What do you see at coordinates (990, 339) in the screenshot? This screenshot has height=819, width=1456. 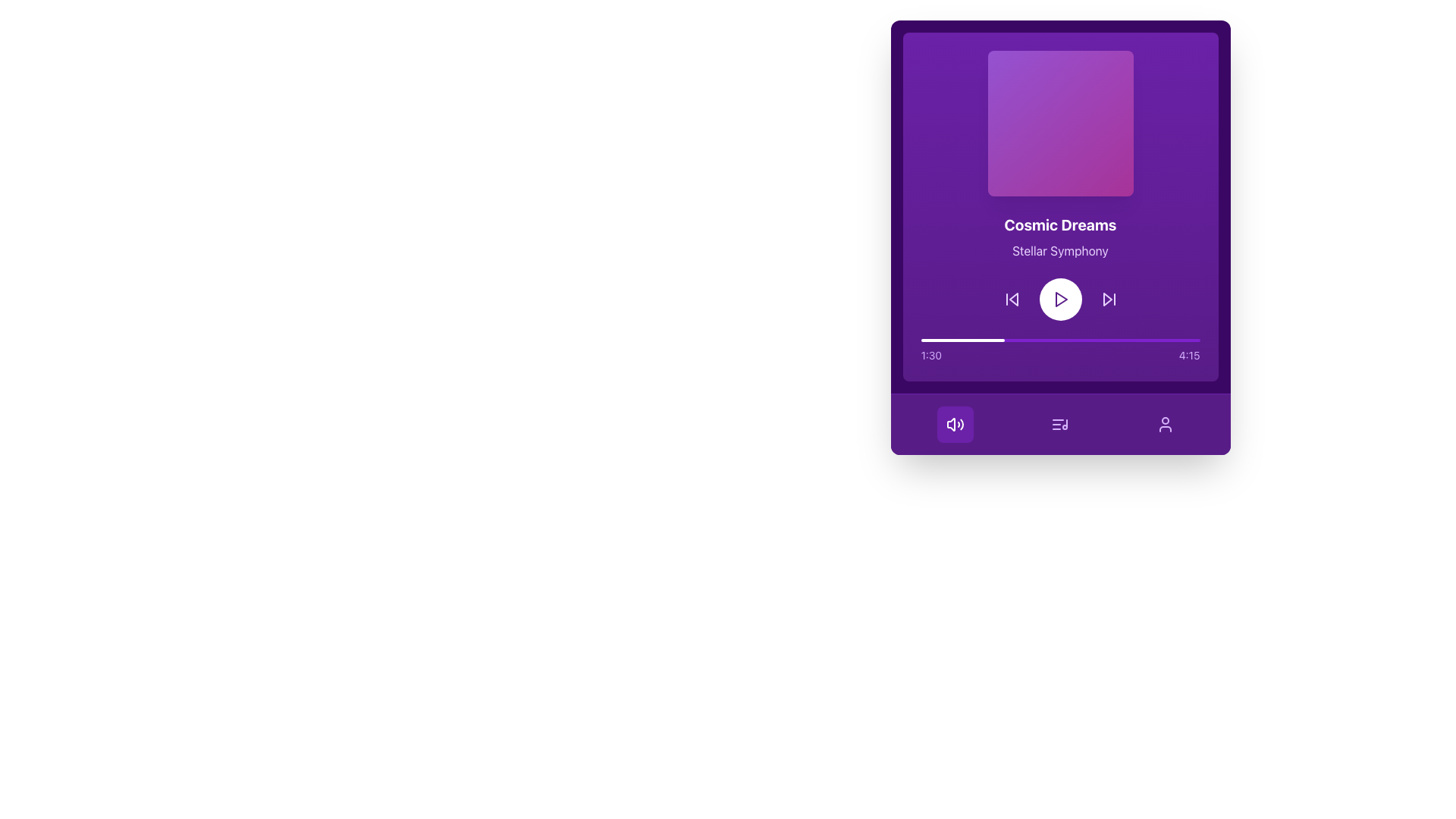 I see `the slider position` at bounding box center [990, 339].